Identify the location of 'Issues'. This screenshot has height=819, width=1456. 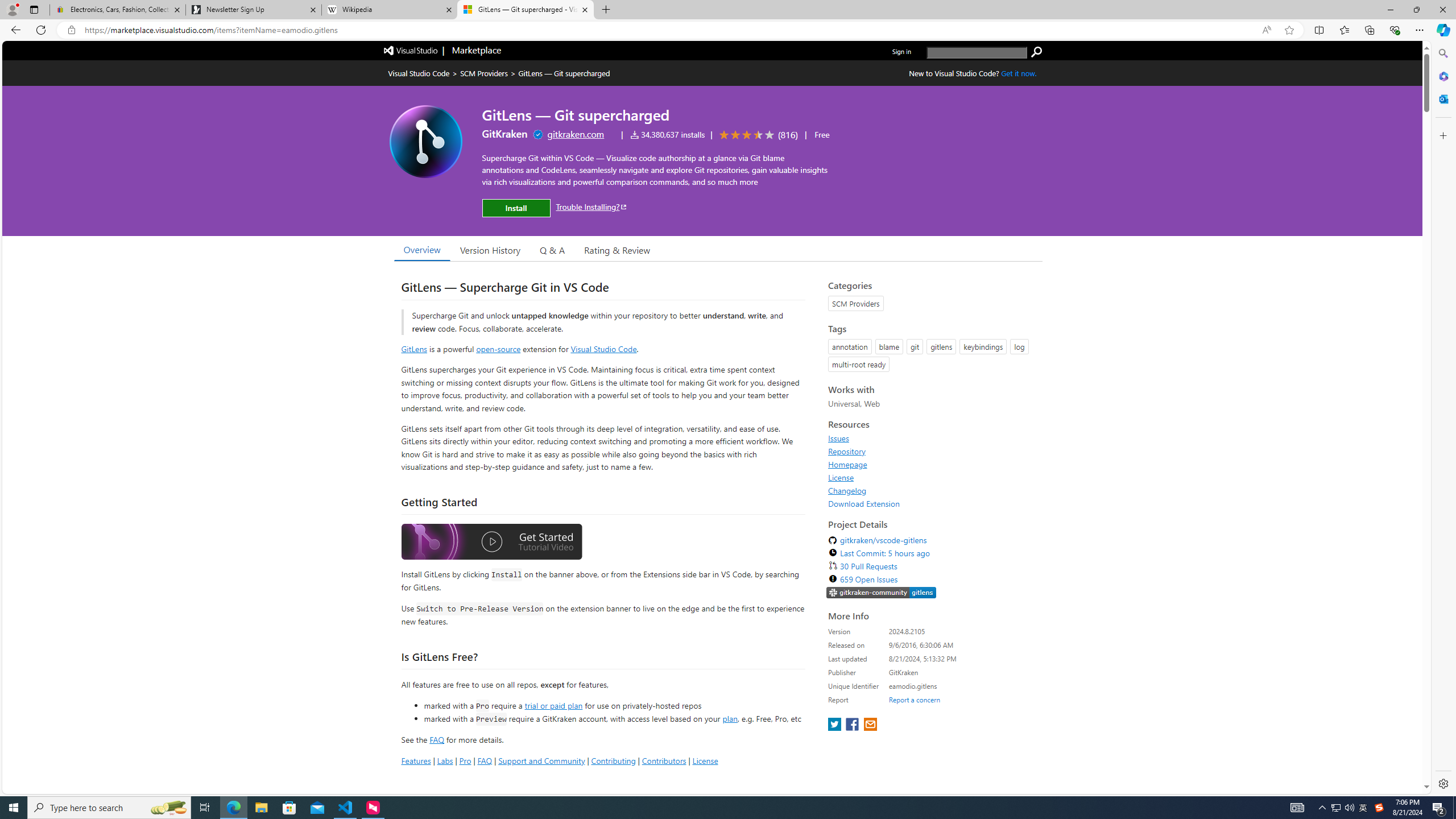
(838, 437).